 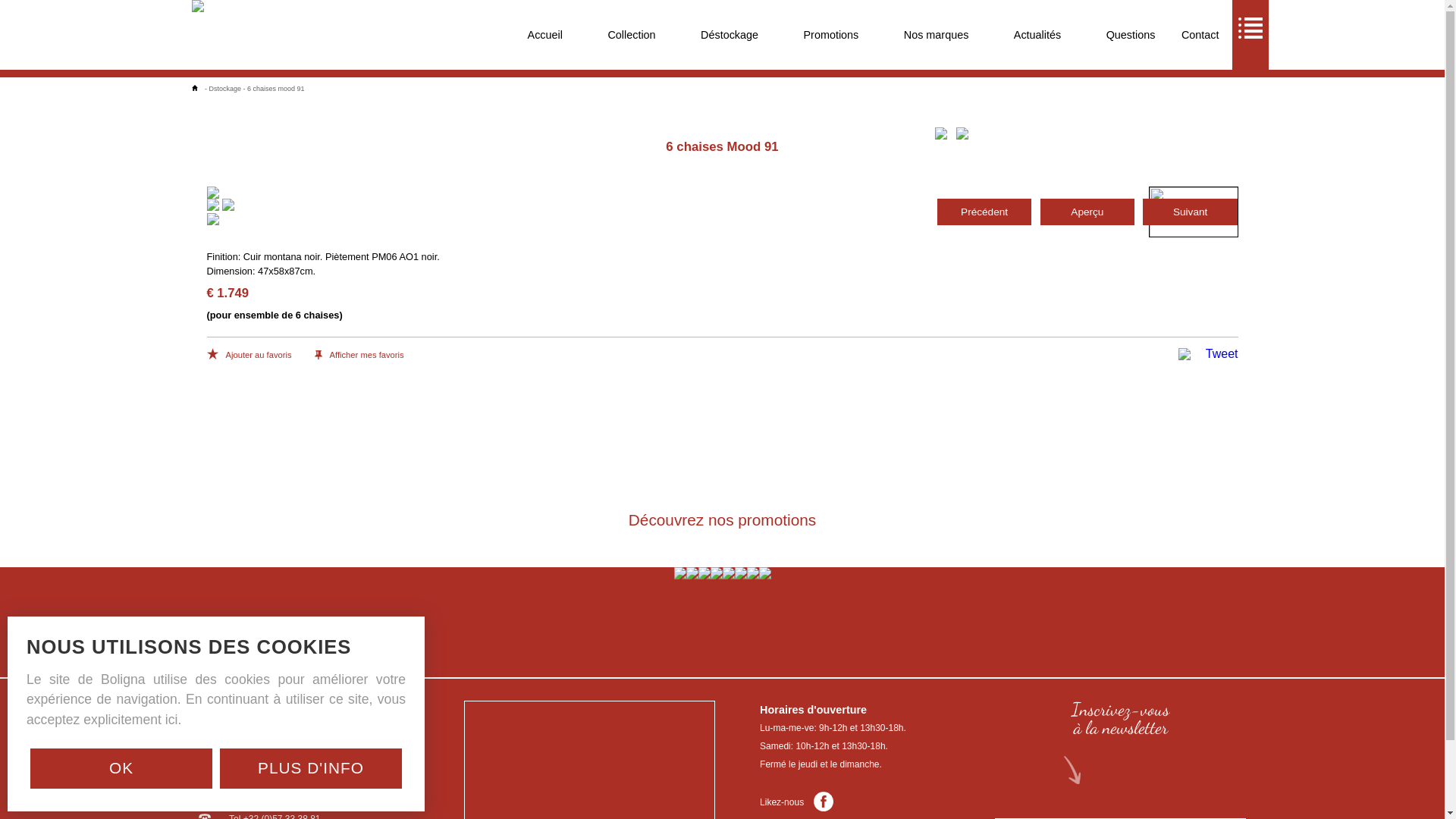 I want to click on 'Questions', so click(x=1131, y=34).